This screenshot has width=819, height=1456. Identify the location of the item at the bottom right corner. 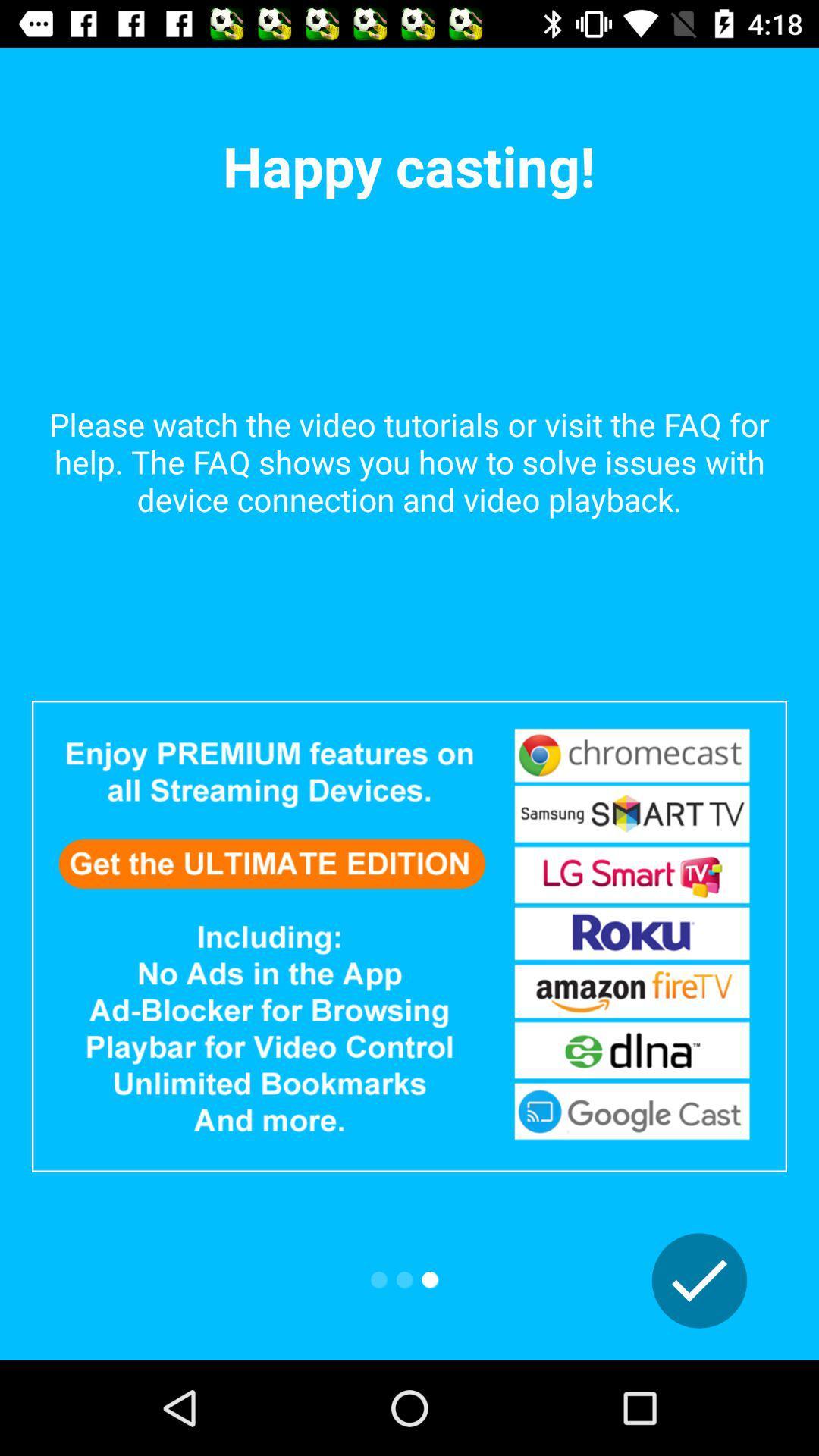
(699, 1280).